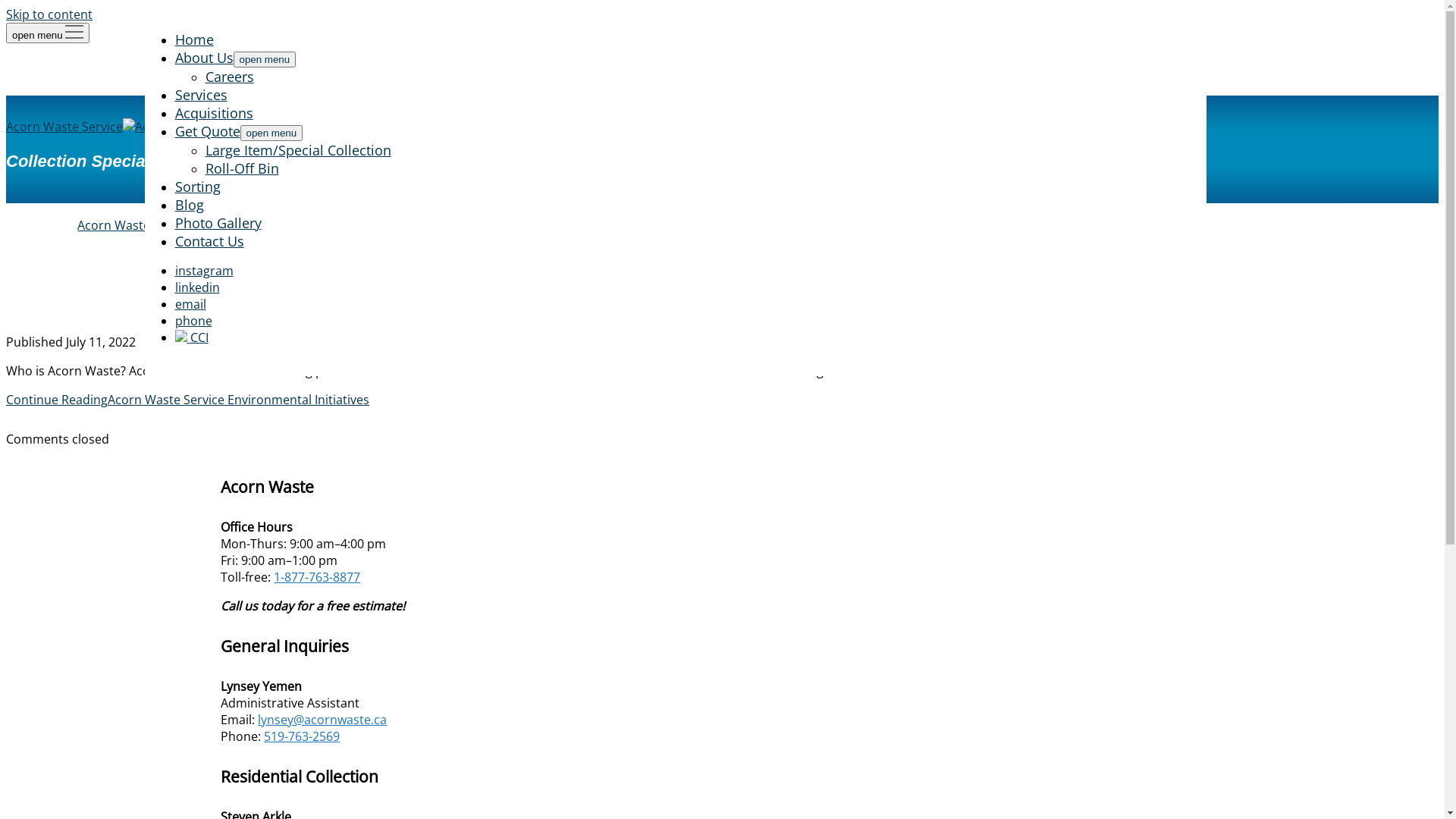  What do you see at coordinates (6, 14) in the screenshot?
I see `'Skip to content'` at bounding box center [6, 14].